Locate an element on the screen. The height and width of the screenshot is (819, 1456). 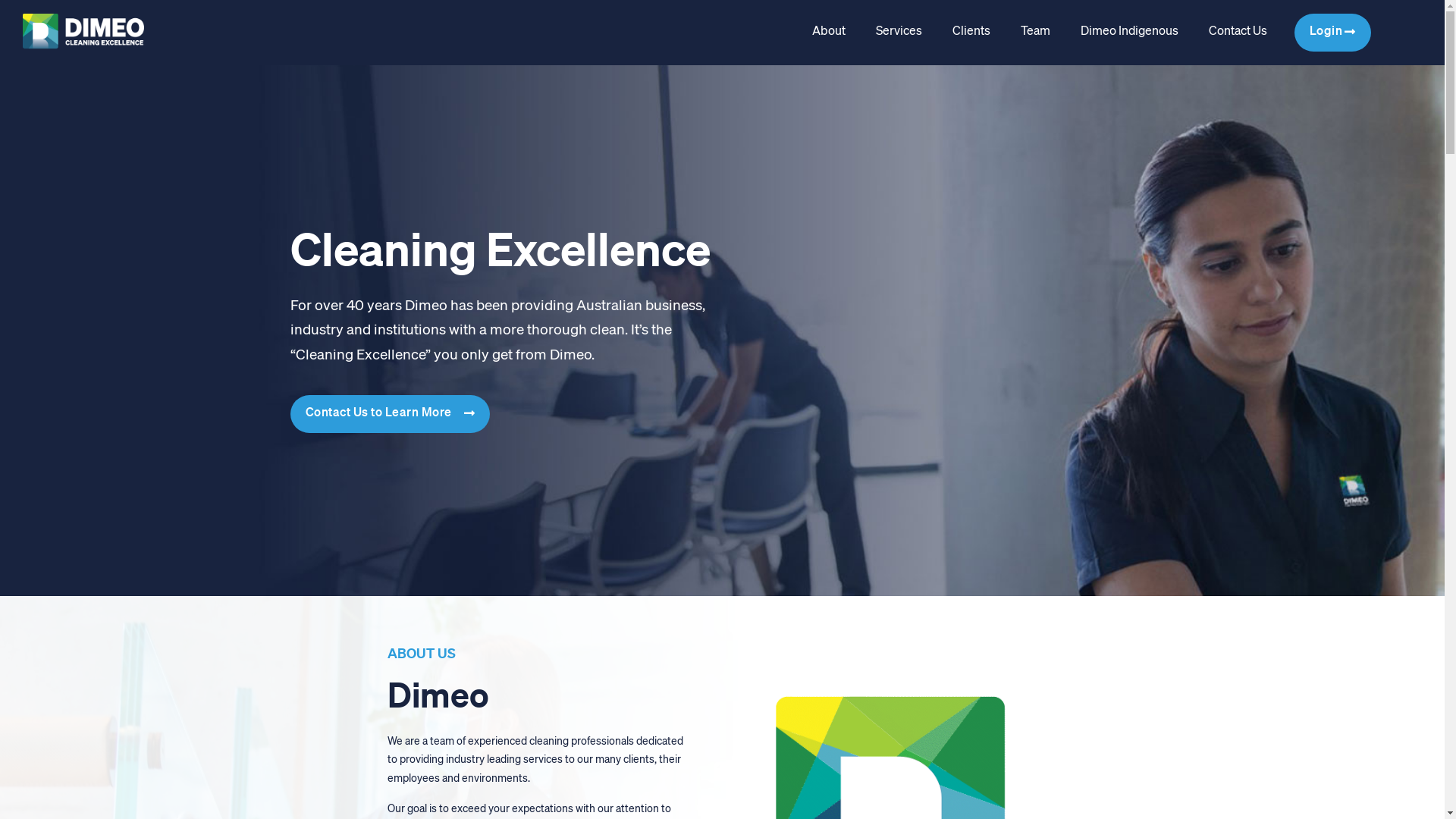
'Login' is located at coordinates (1331, 32).